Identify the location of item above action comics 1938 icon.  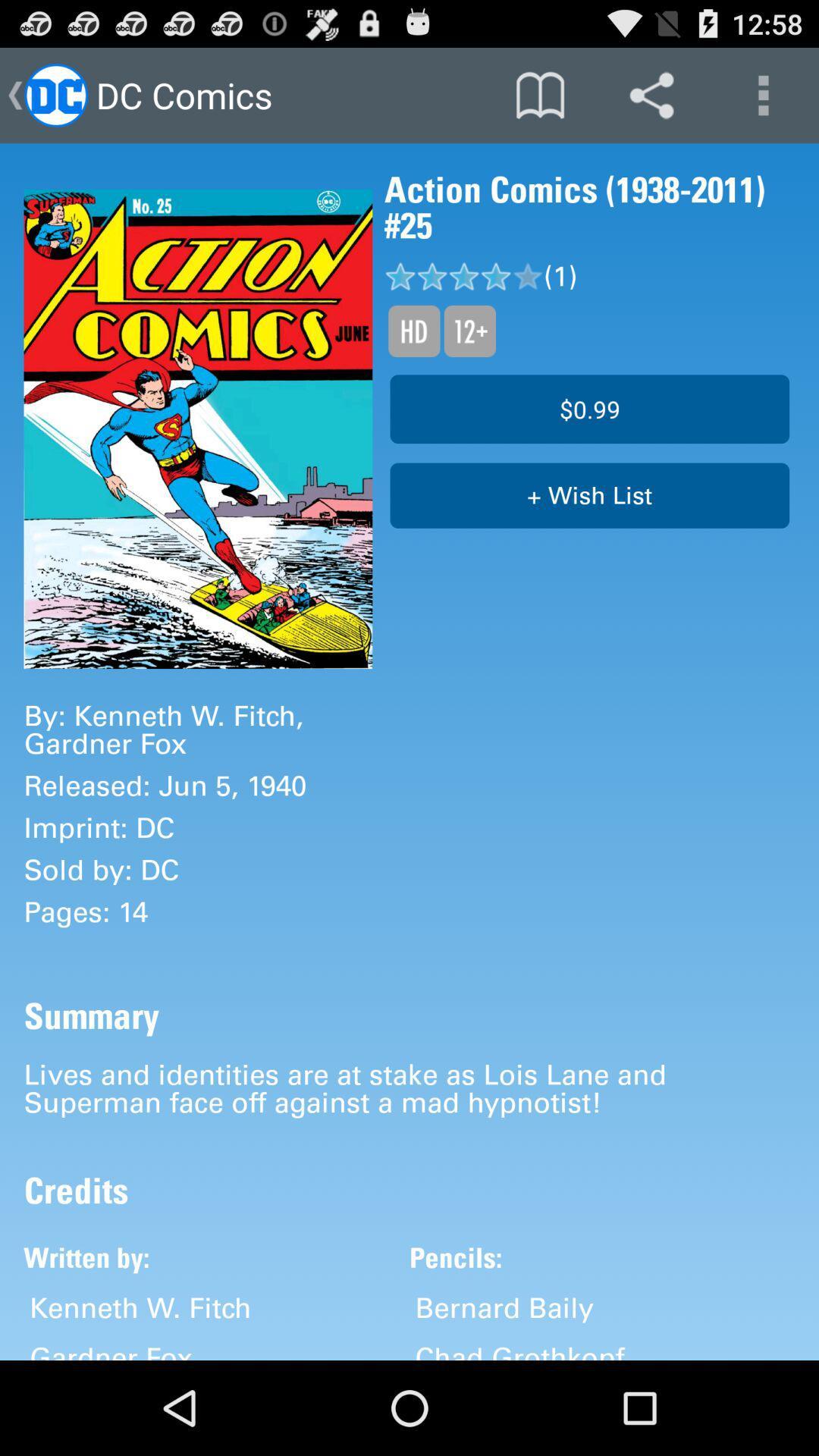
(651, 94).